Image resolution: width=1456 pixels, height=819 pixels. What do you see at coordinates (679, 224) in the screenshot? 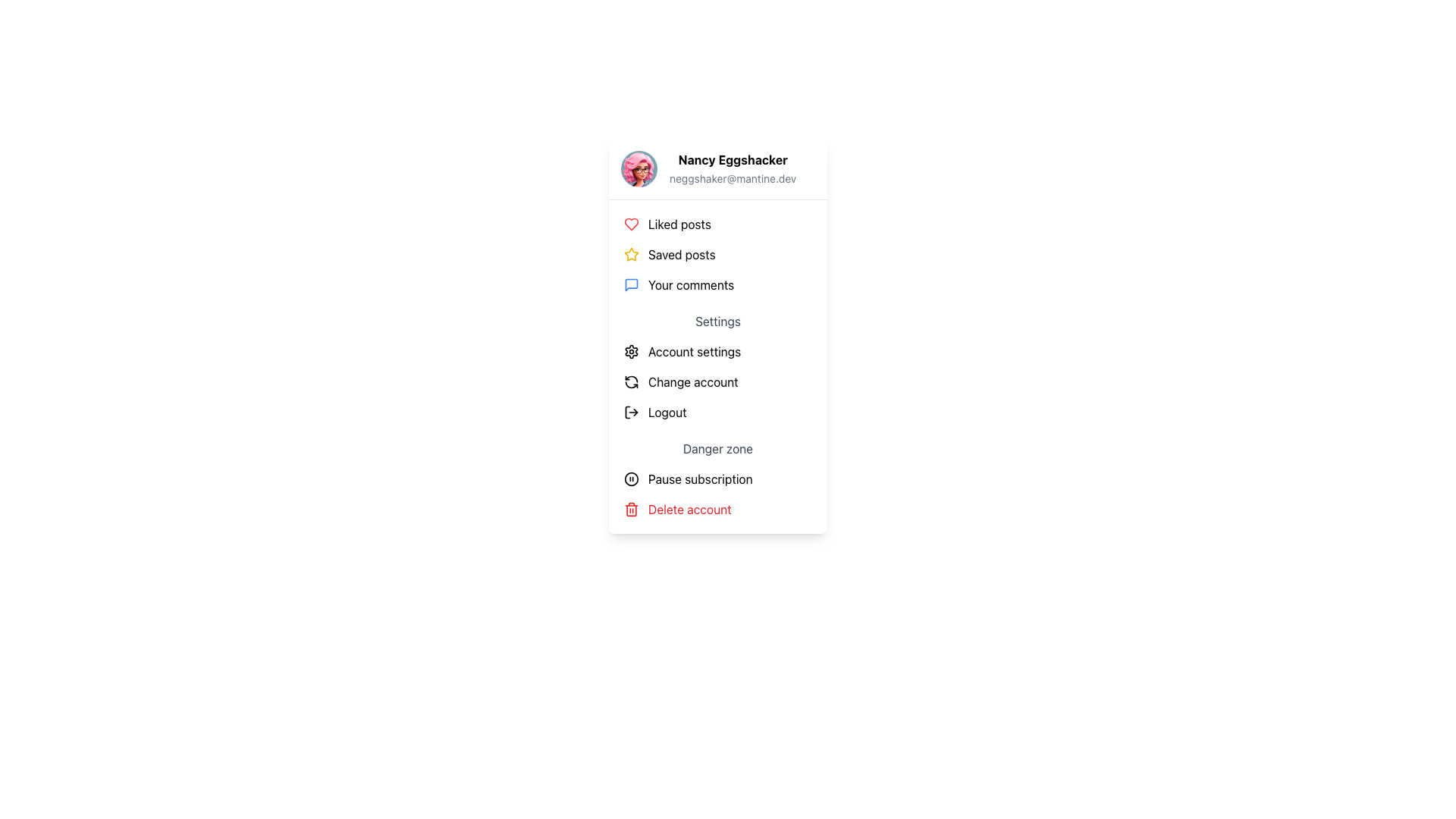
I see `the static text label for the 'Liked posts' menu item, which is positioned adjacent to a heart icon` at bounding box center [679, 224].